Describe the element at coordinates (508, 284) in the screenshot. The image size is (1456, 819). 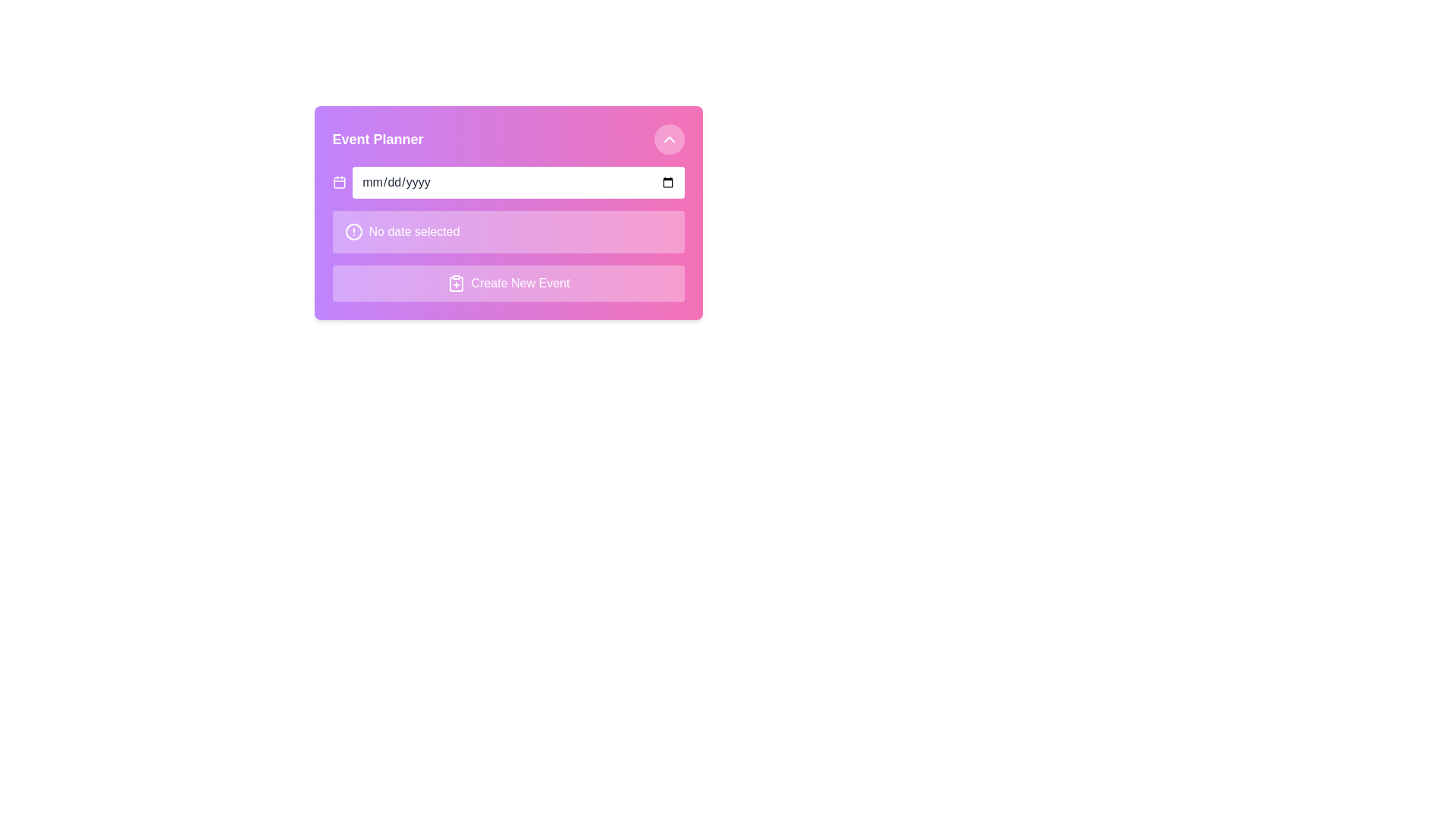
I see `the 'Create New Event' button` at that location.